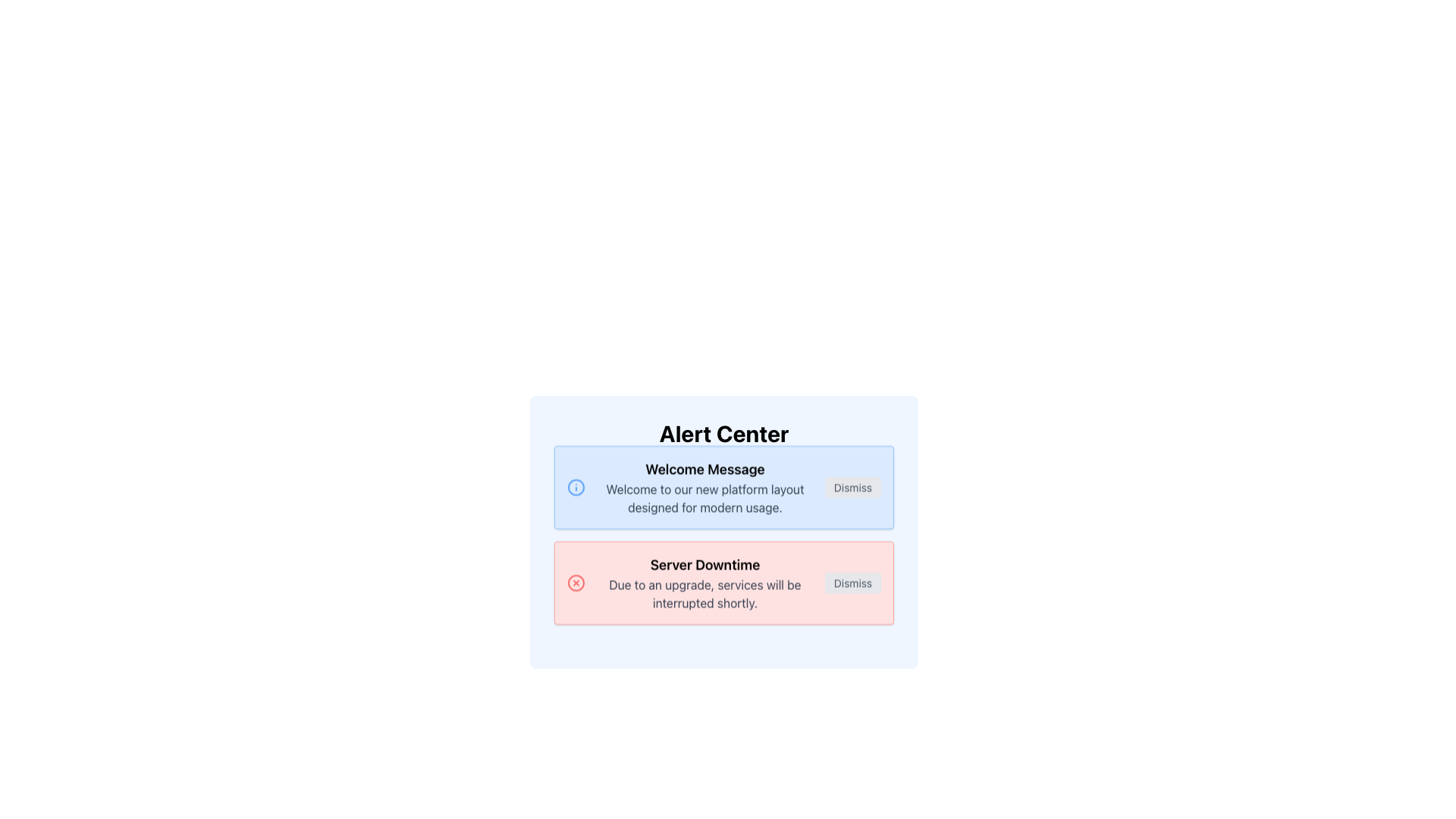 The image size is (1456, 819). Describe the element at coordinates (852, 500) in the screenshot. I see `the 'Dismiss' button located at the far right of the 'Welcome Message' panel to change its background color` at that location.